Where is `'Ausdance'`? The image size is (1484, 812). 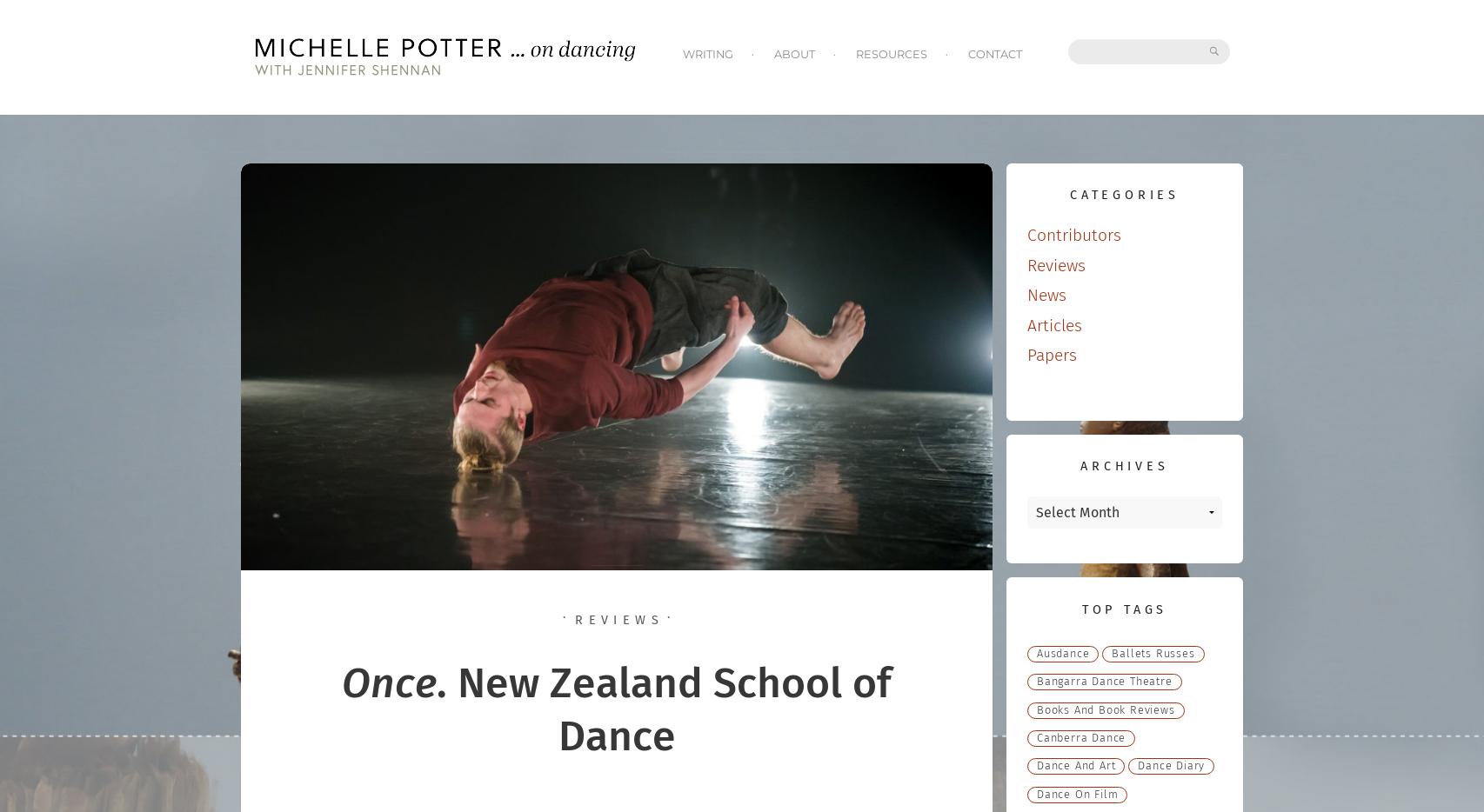
'Ausdance' is located at coordinates (1063, 652).